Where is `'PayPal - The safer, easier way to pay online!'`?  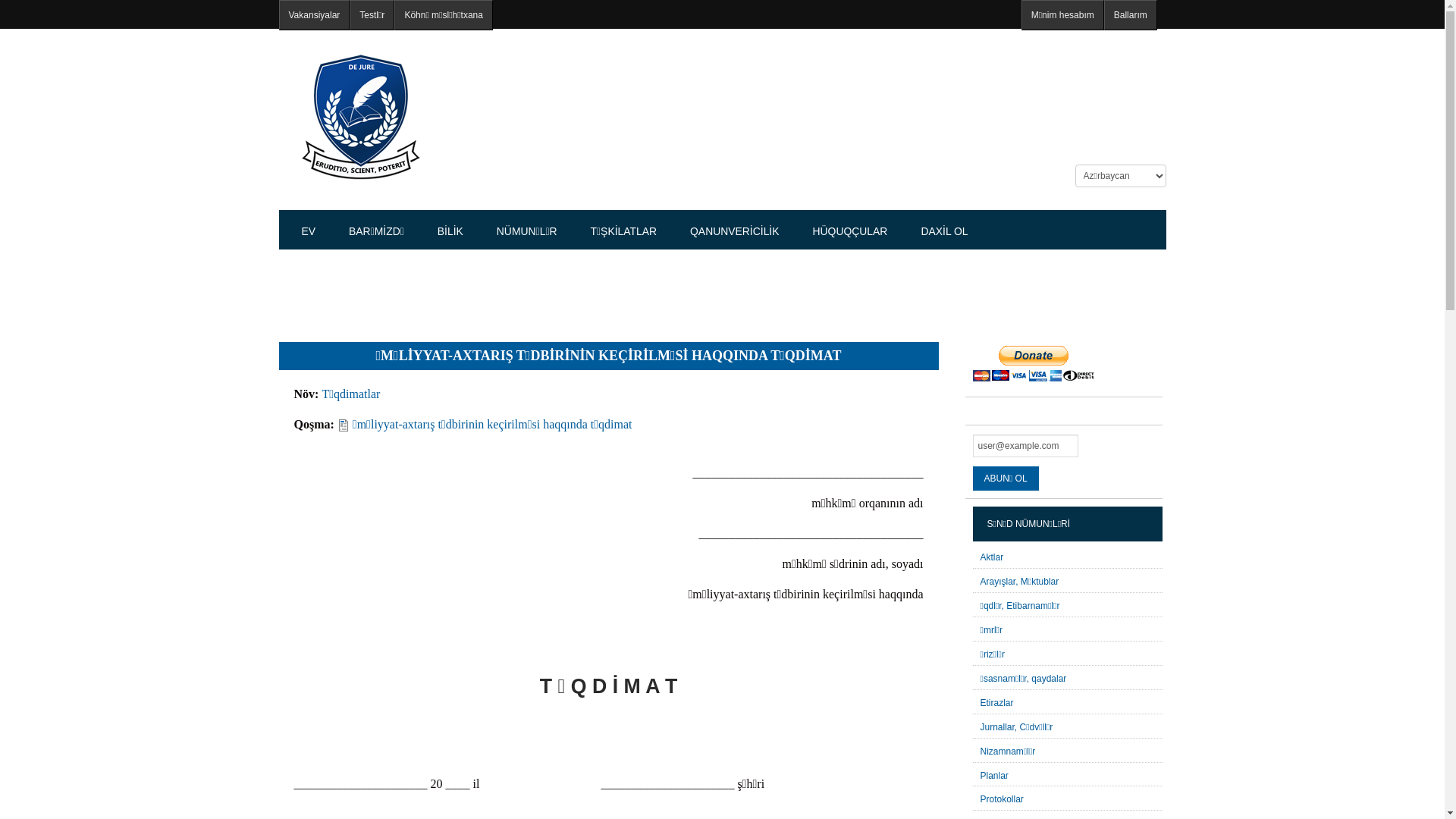
'PayPal - The safer, easier way to pay online!' is located at coordinates (1032, 363).